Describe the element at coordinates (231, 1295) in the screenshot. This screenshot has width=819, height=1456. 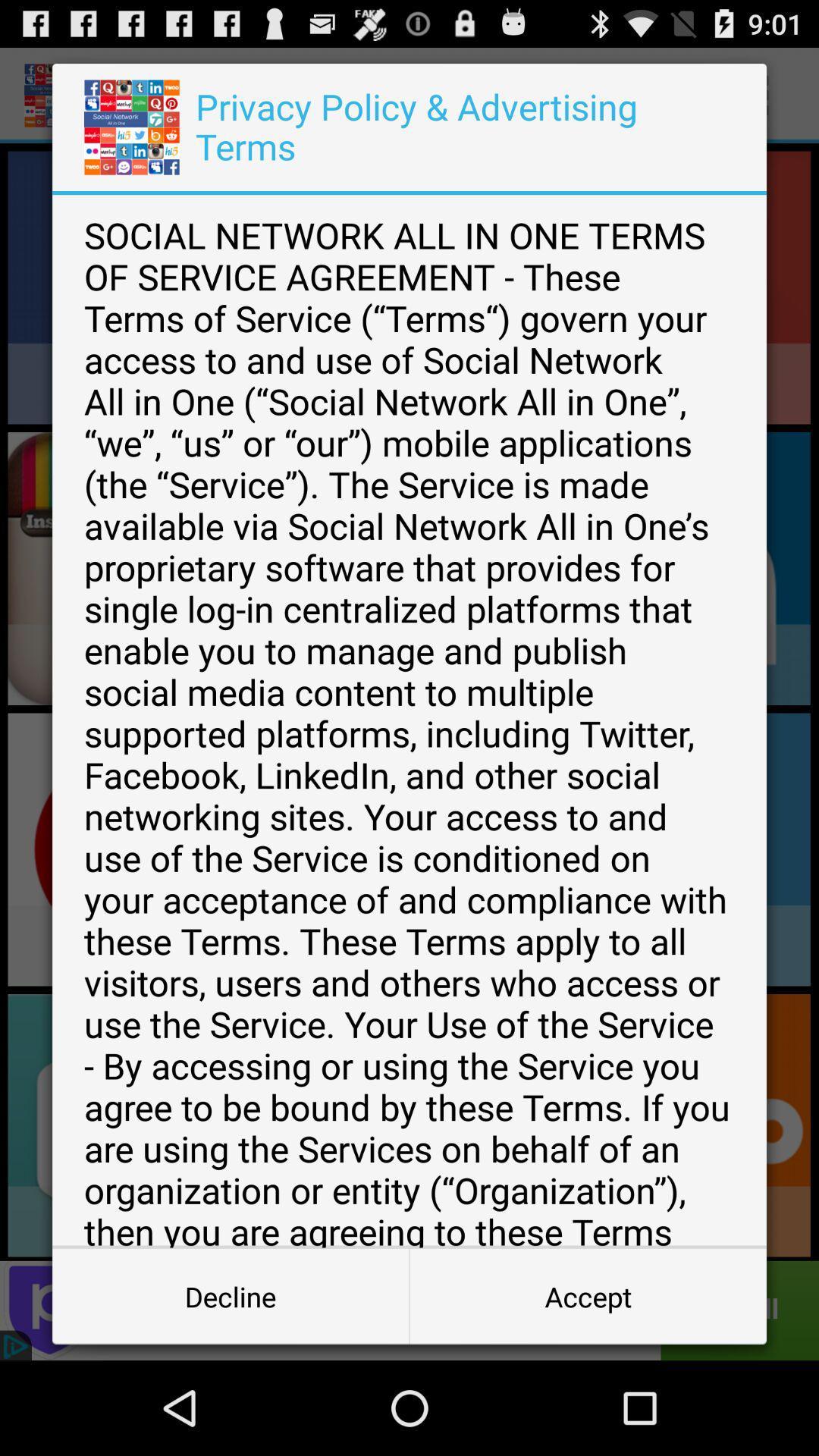
I see `the decline at the bottom left corner` at that location.